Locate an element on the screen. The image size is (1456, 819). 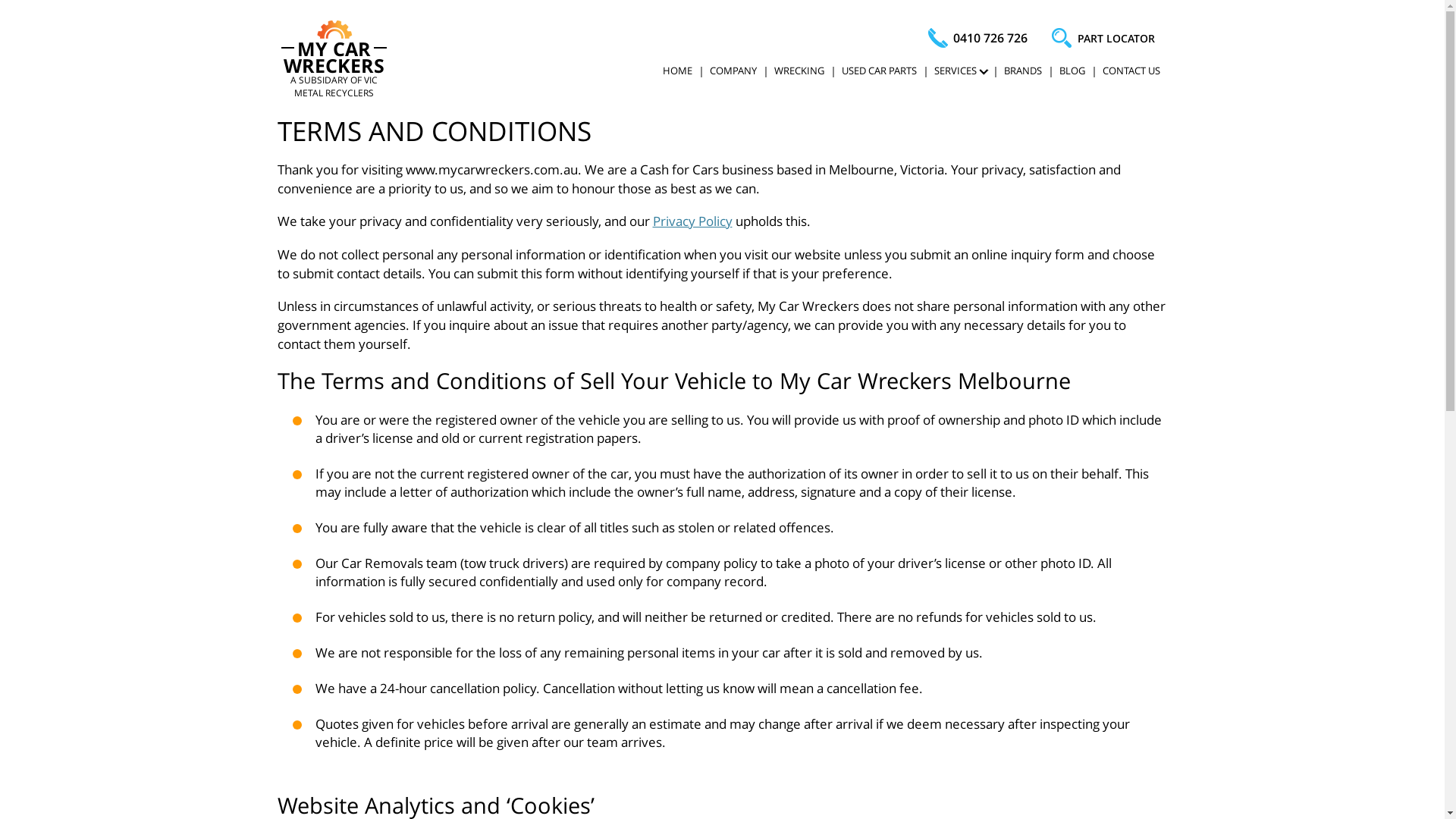
'BLOG' is located at coordinates (1070, 70).